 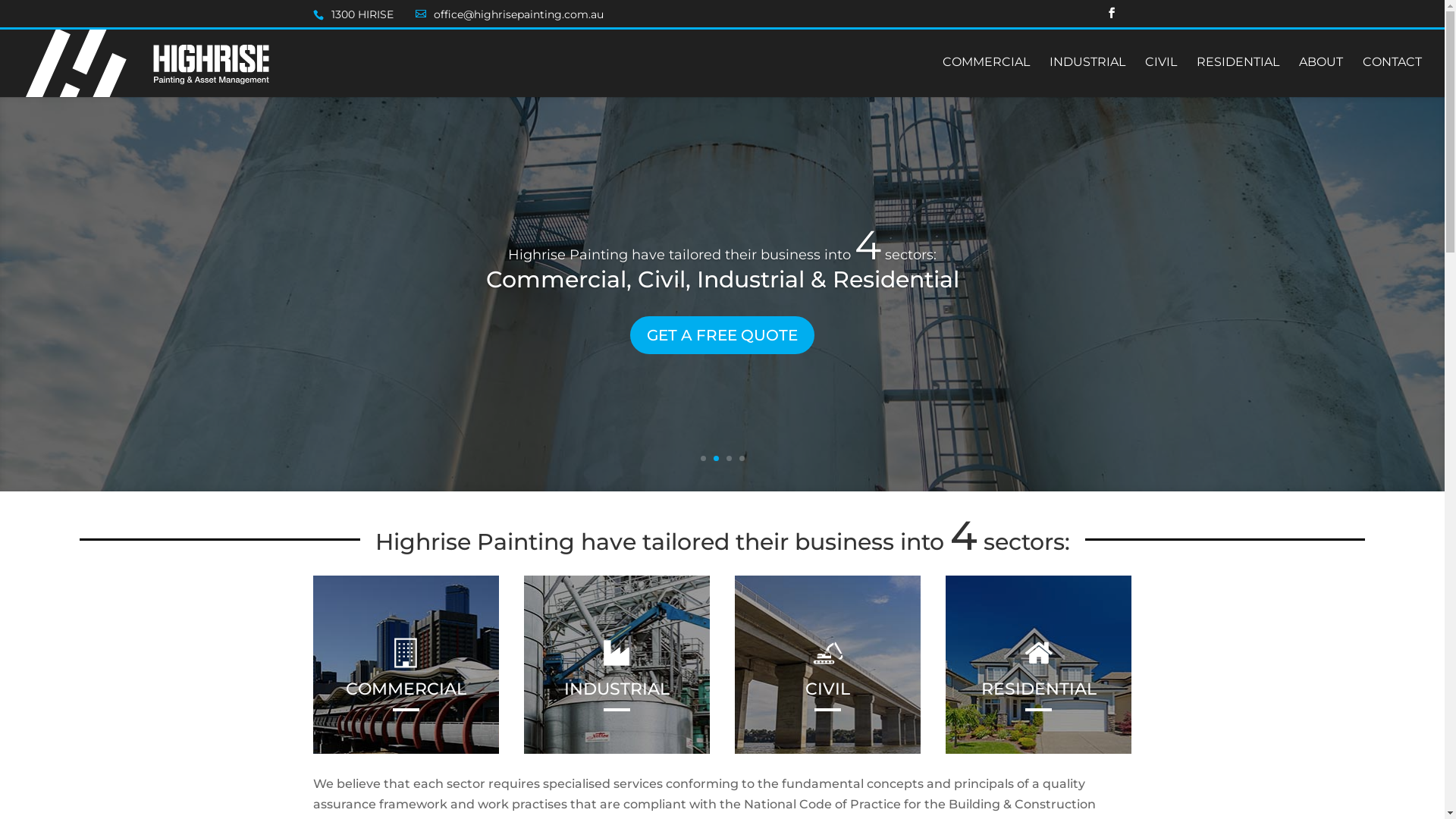 I want to click on 'CIVIL', so click(x=1160, y=77).